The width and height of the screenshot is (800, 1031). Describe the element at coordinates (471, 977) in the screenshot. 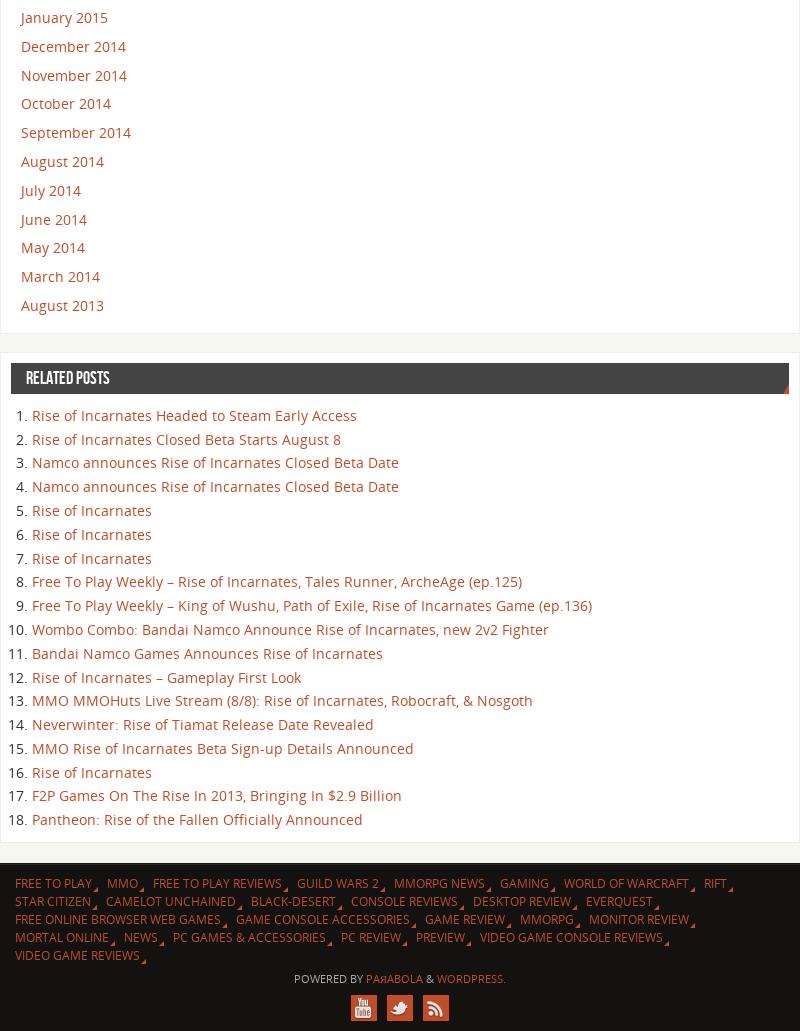

I see `'WordPress.'` at that location.